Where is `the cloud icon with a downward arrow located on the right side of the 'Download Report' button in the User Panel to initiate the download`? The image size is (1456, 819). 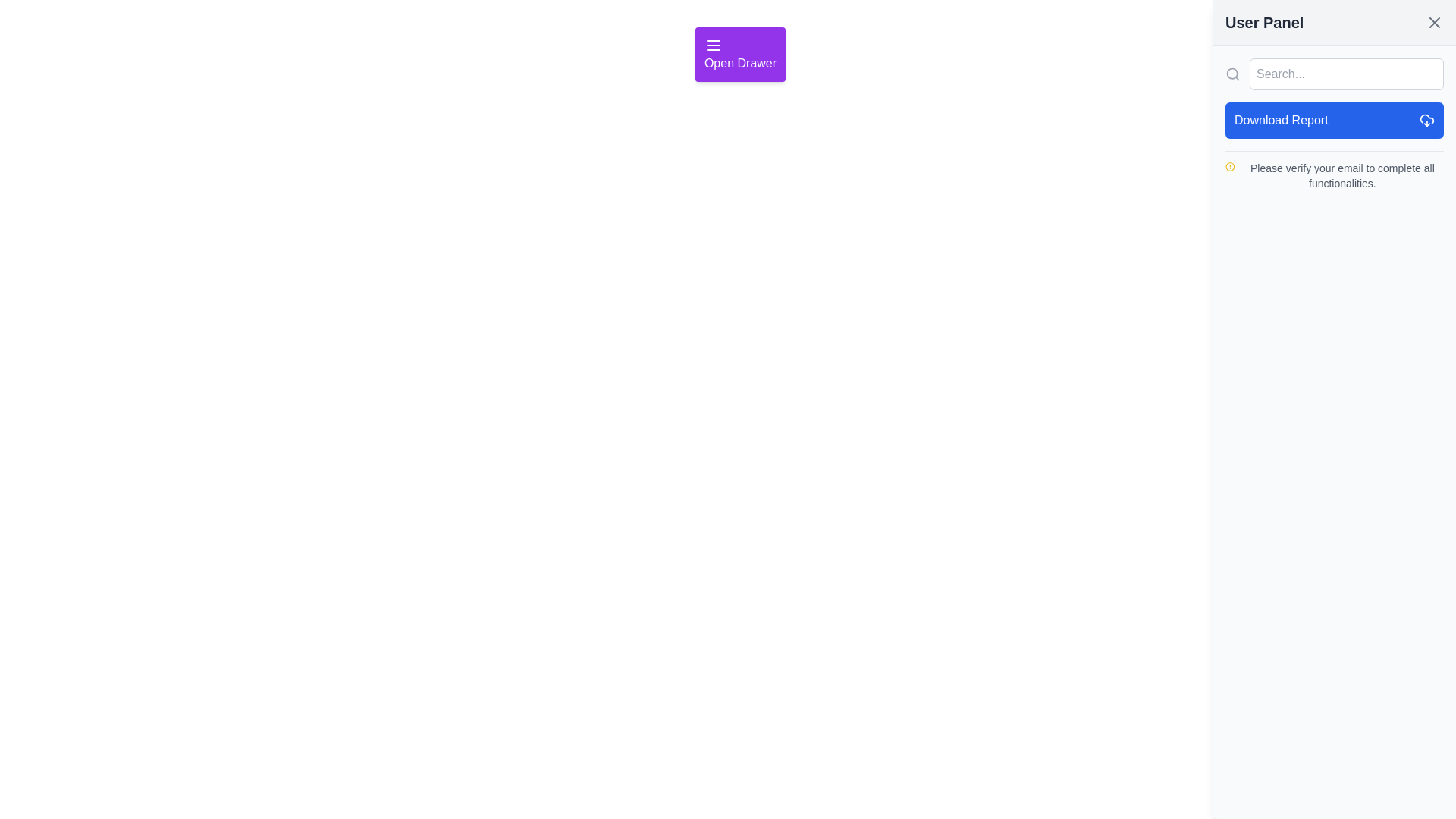 the cloud icon with a downward arrow located on the right side of the 'Download Report' button in the User Panel to initiate the download is located at coordinates (1426, 119).